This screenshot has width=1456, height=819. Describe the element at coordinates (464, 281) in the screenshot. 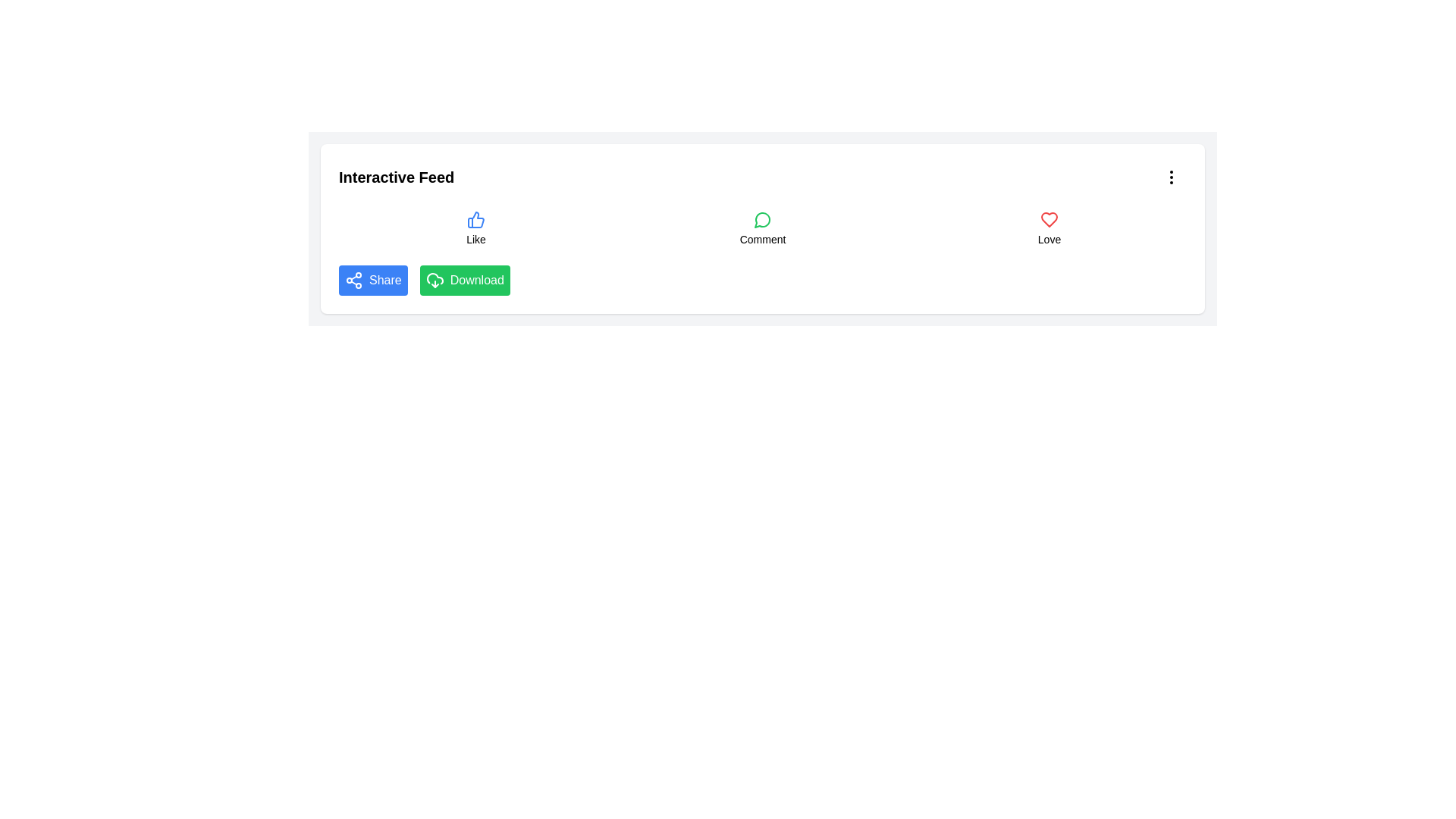

I see `the green 'Download' button with rounded corners, containing white text and a cloud icon with a downward arrow, to initiate the download` at that location.